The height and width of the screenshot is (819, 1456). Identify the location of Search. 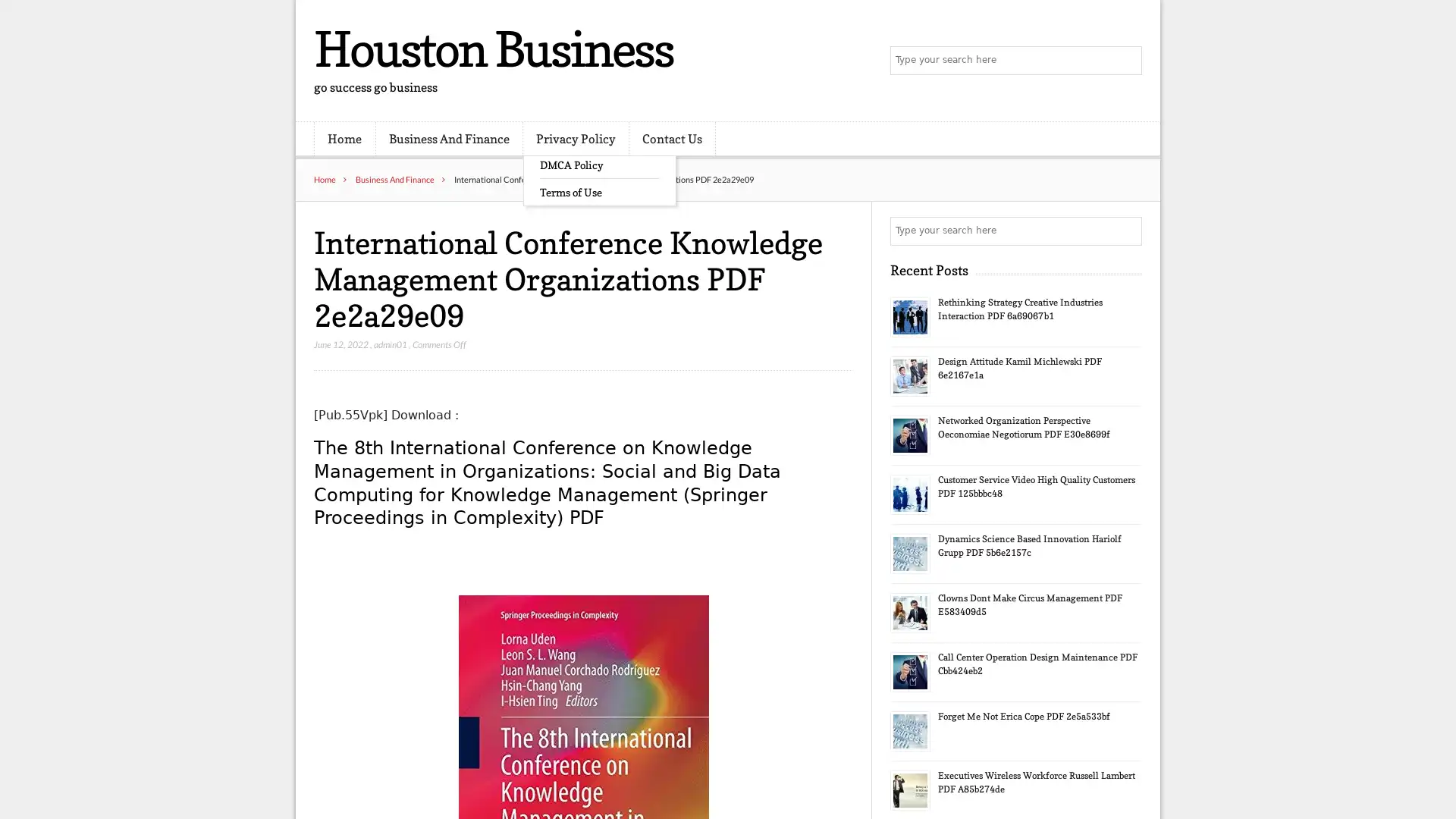
(1126, 231).